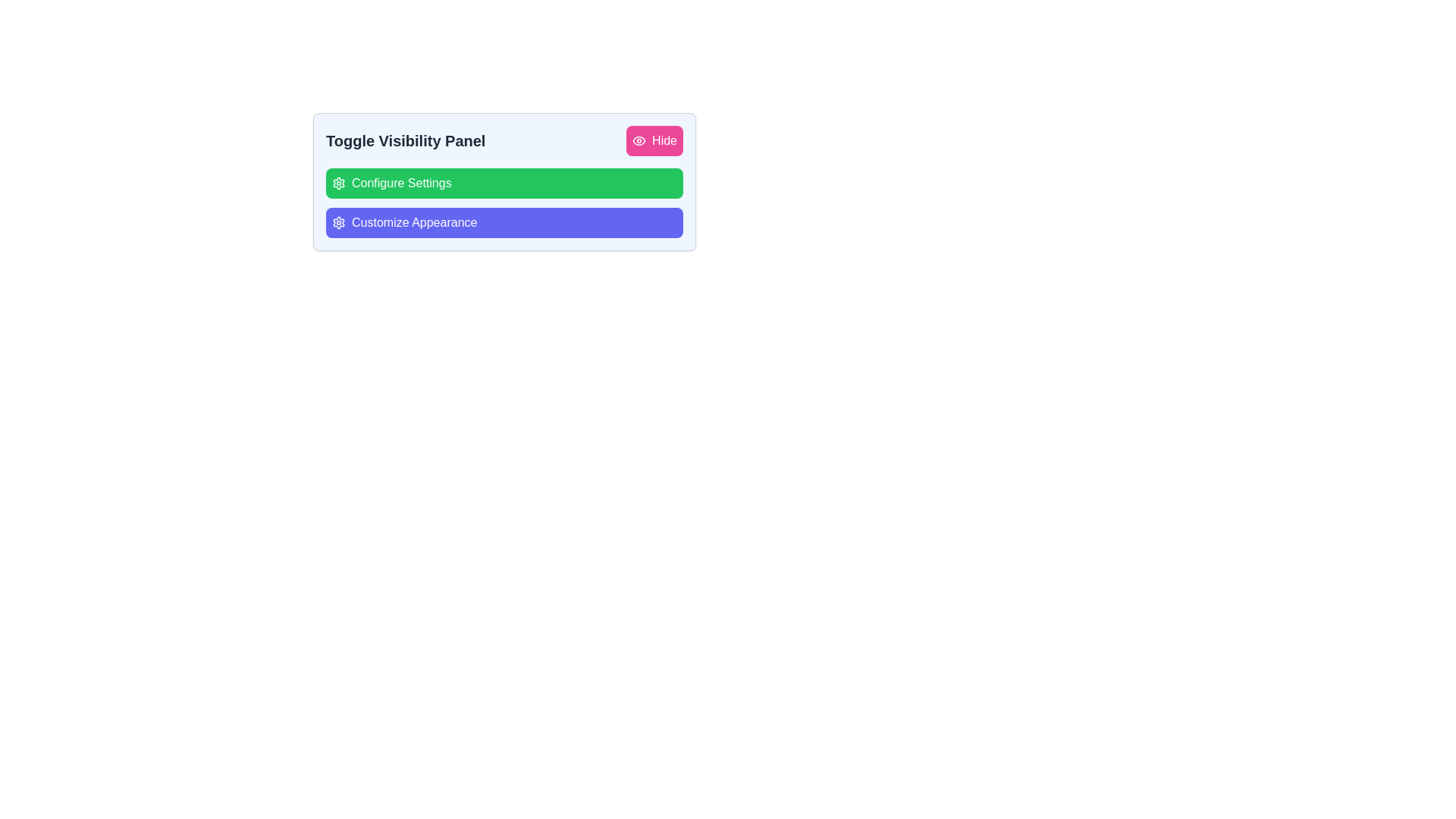 This screenshot has width=1456, height=819. Describe the element at coordinates (337, 183) in the screenshot. I see `the cogwheel-shaped icon representing settings, located within the green button labeled 'Configure Settings' near the top-left corner, to the left of the text label` at that location.